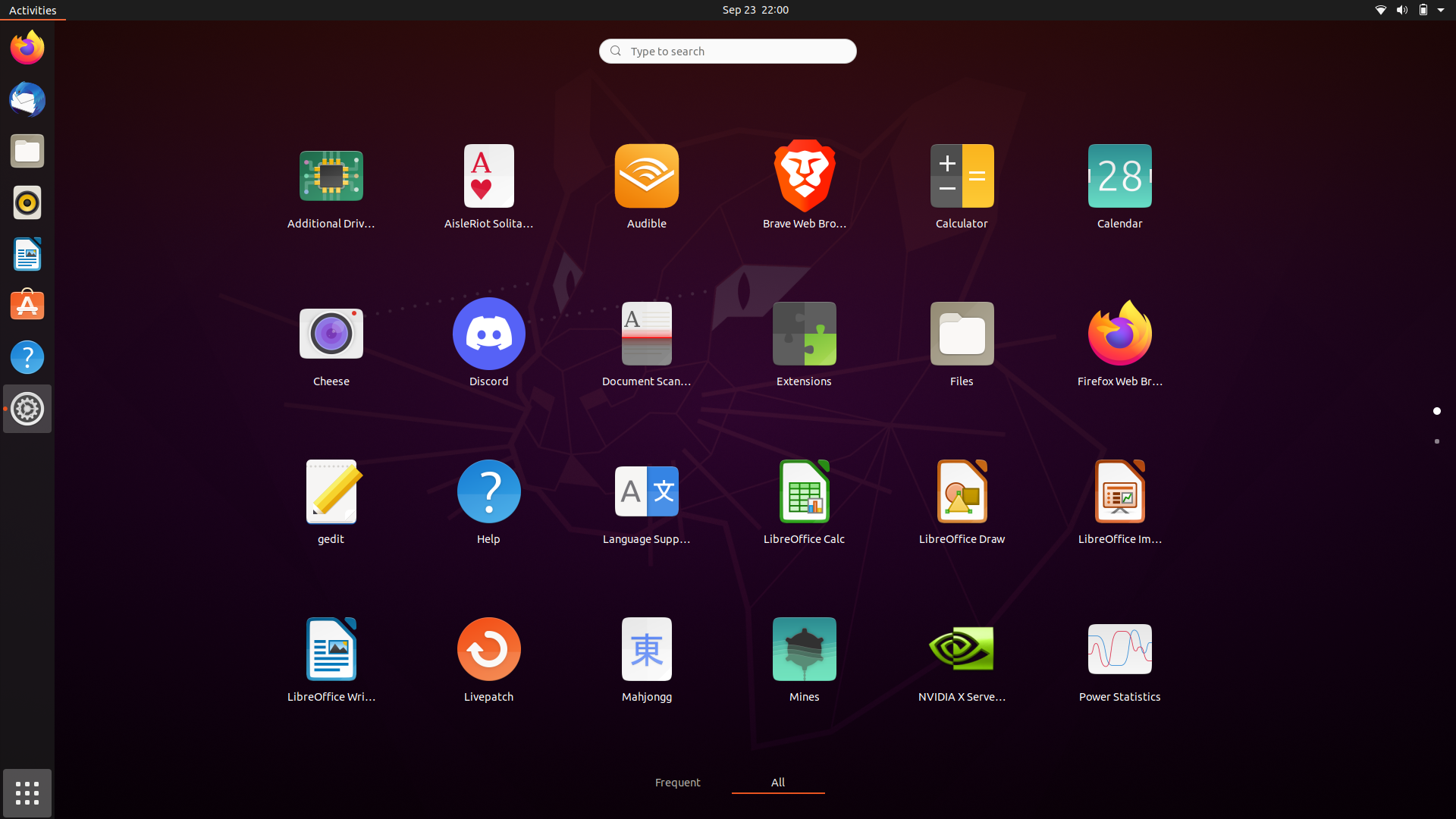 This screenshot has width=1456, height=819. Describe the element at coordinates (1119, 184) in the screenshot. I see `up the Calendar app` at that location.